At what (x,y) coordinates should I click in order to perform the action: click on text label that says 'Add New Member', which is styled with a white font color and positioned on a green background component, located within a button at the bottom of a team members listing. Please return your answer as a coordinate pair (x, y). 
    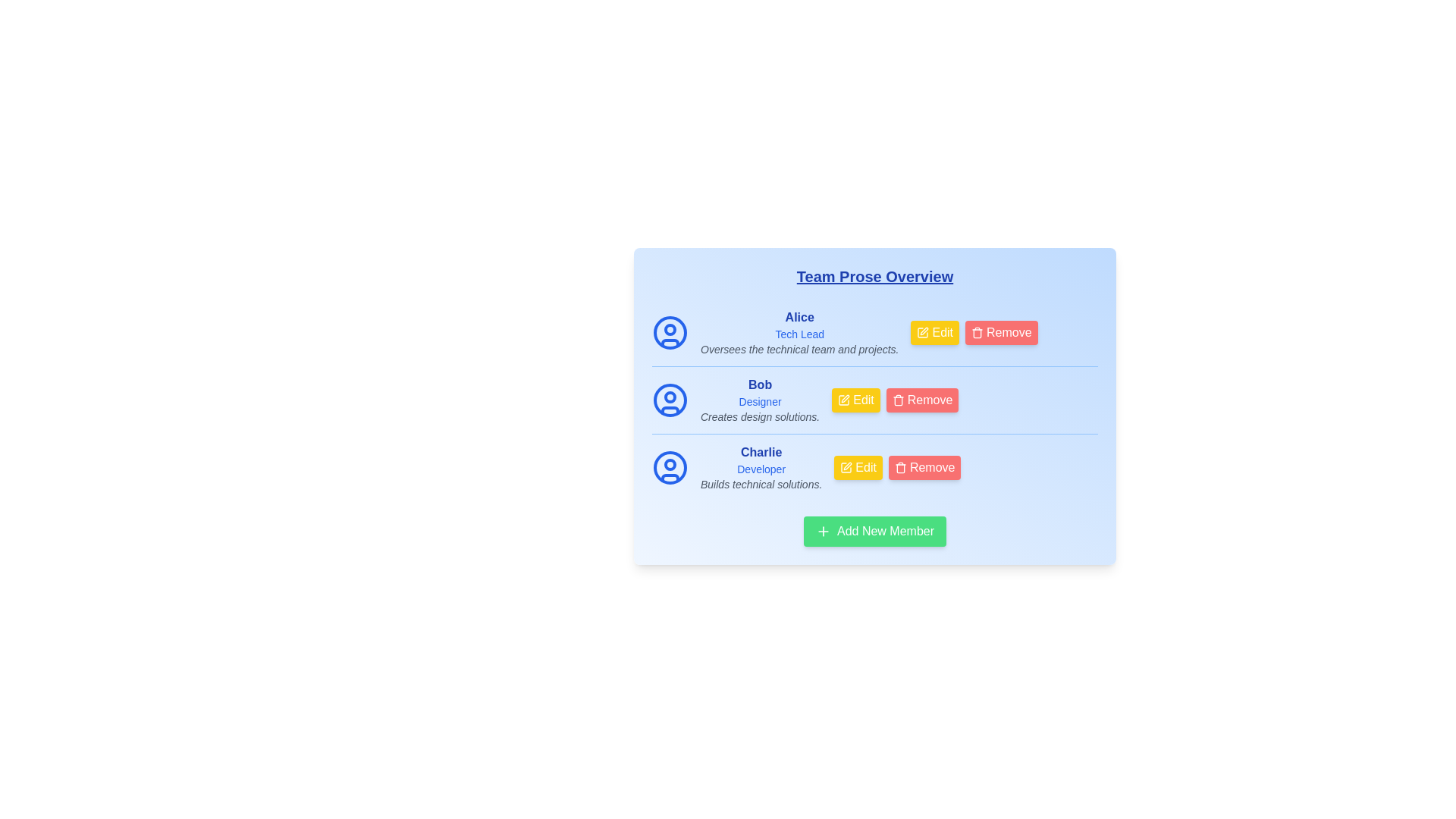
    Looking at the image, I should click on (882, 531).